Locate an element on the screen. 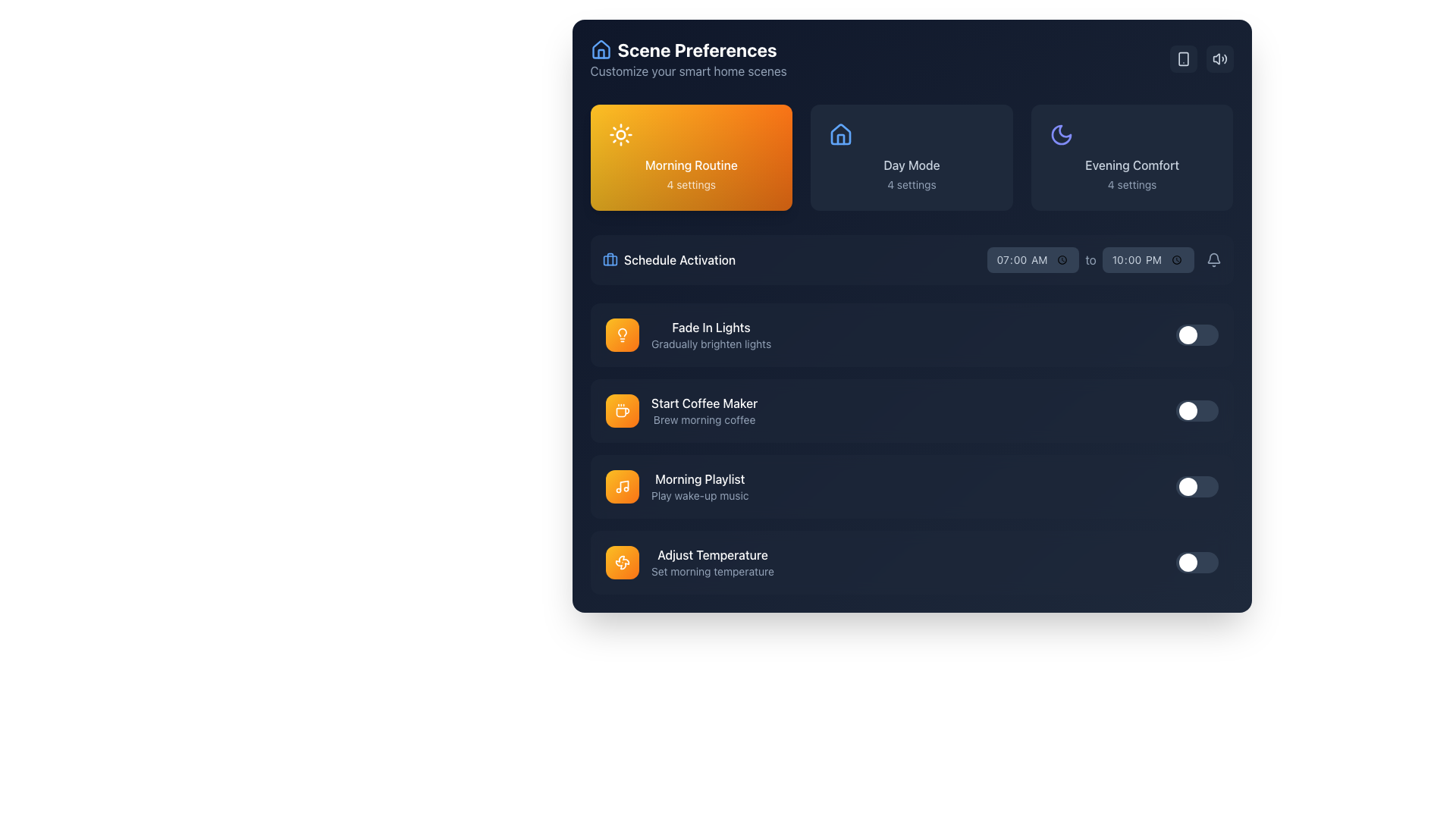  the descriptive text label that provides context about the 'Fade In Lights' feature, located directly under the 'Fade In Lights' header is located at coordinates (710, 344).